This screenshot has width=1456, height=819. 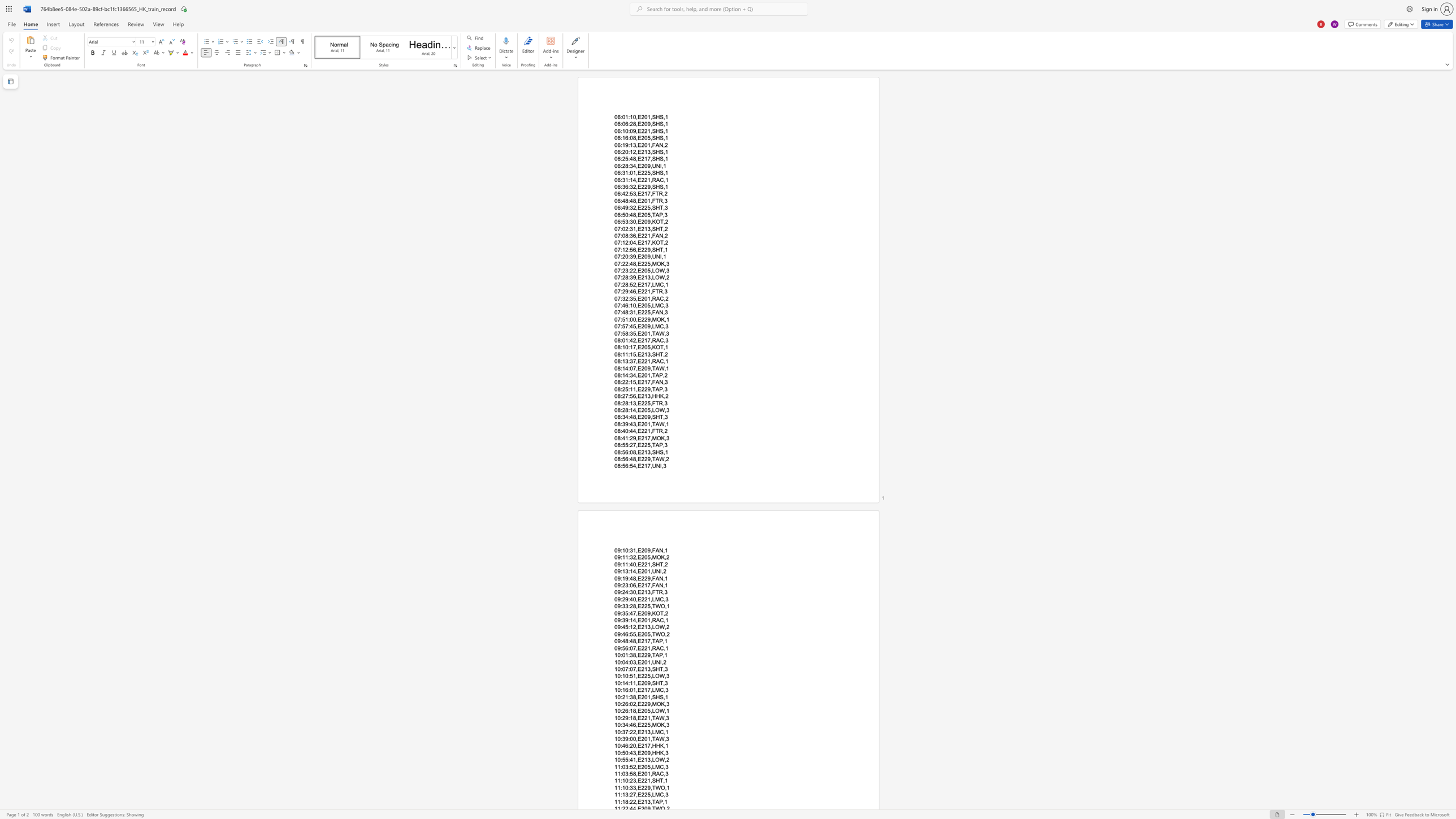 I want to click on the space between the continuous character "5" and "2" in the text, so click(x=632, y=766).